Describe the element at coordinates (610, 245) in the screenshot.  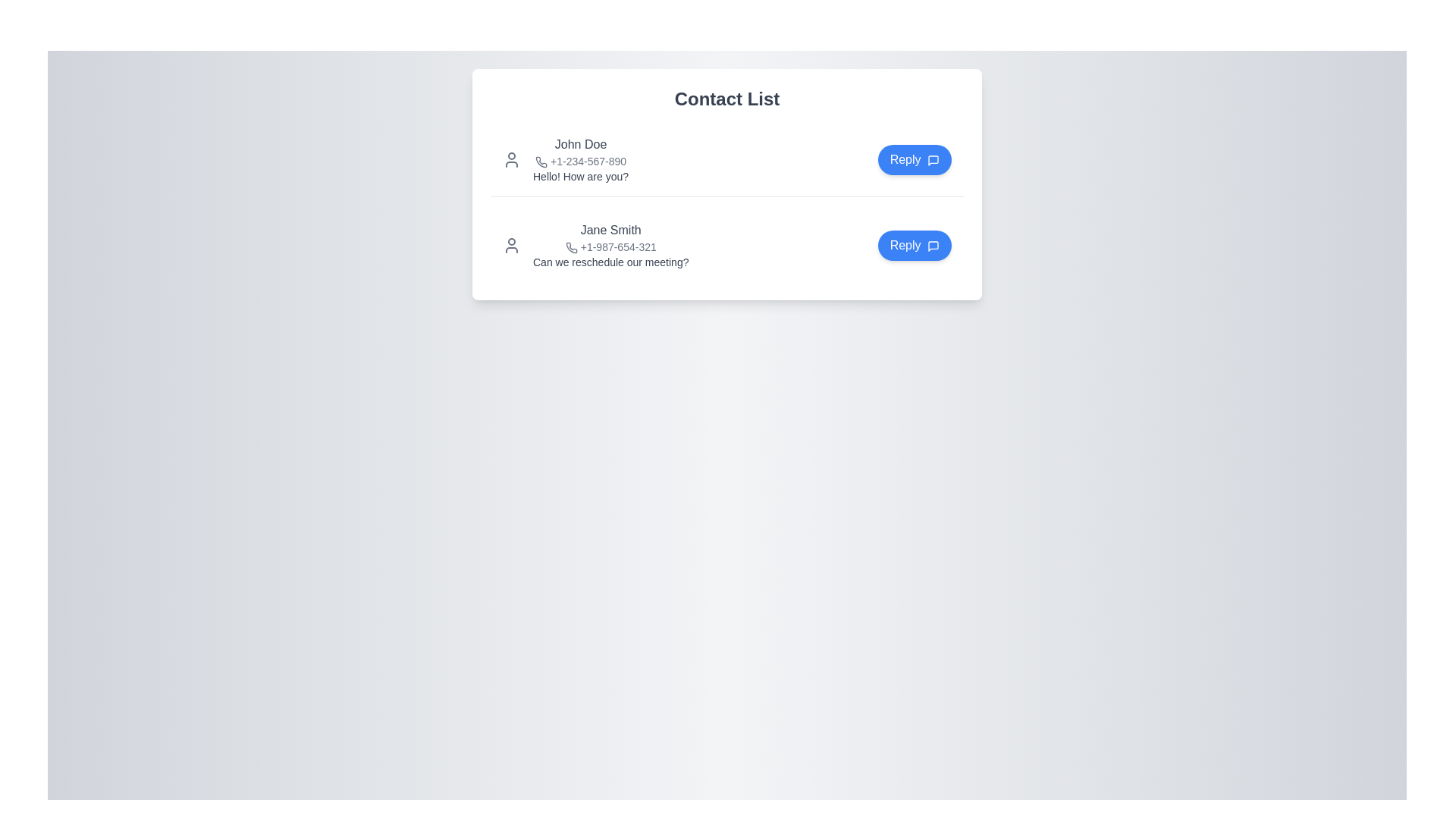
I see `the contact entry for 'Jane Smith', which is the second contact` at that location.